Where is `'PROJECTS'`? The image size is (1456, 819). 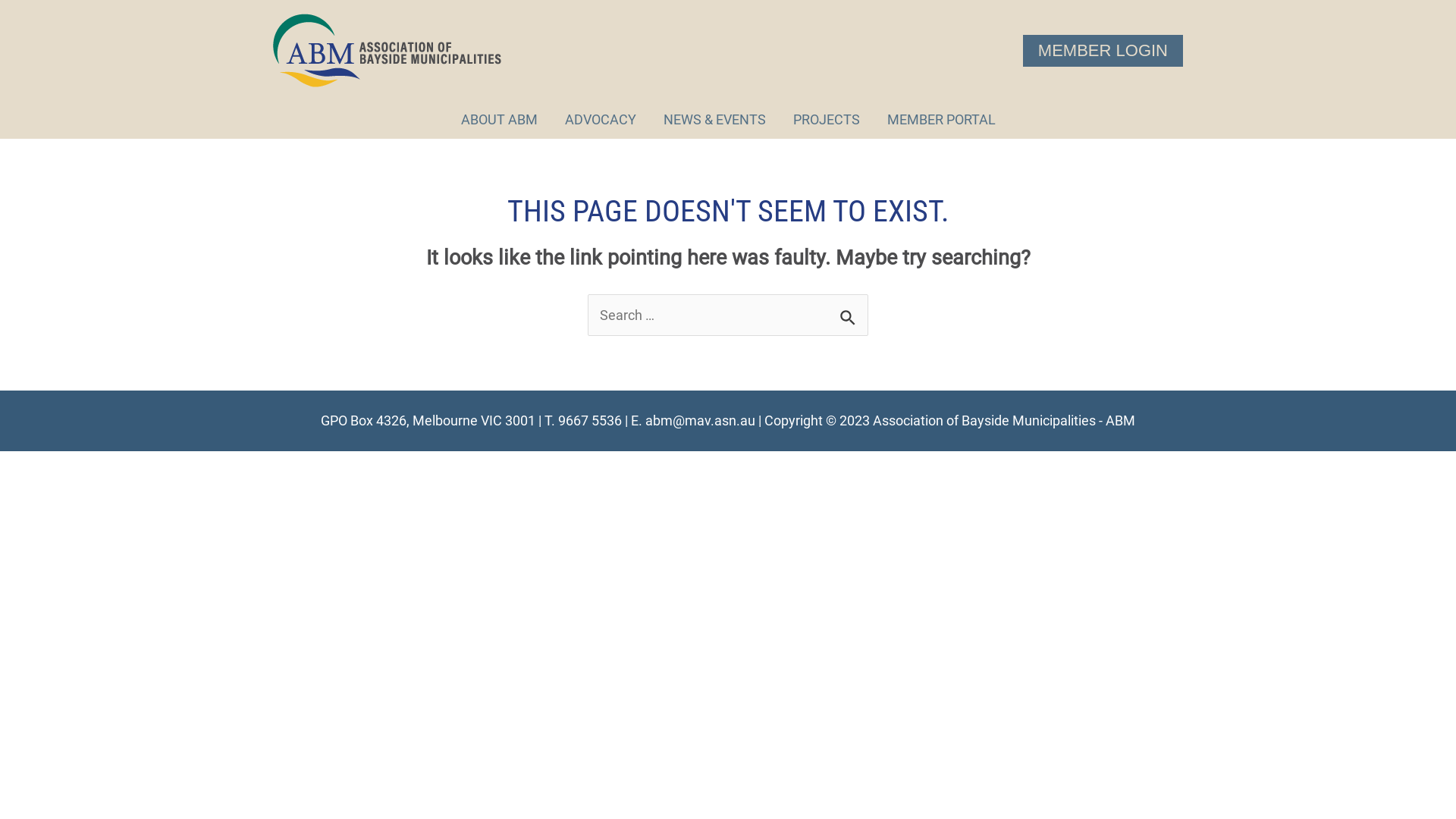 'PROJECTS' is located at coordinates (825, 119).